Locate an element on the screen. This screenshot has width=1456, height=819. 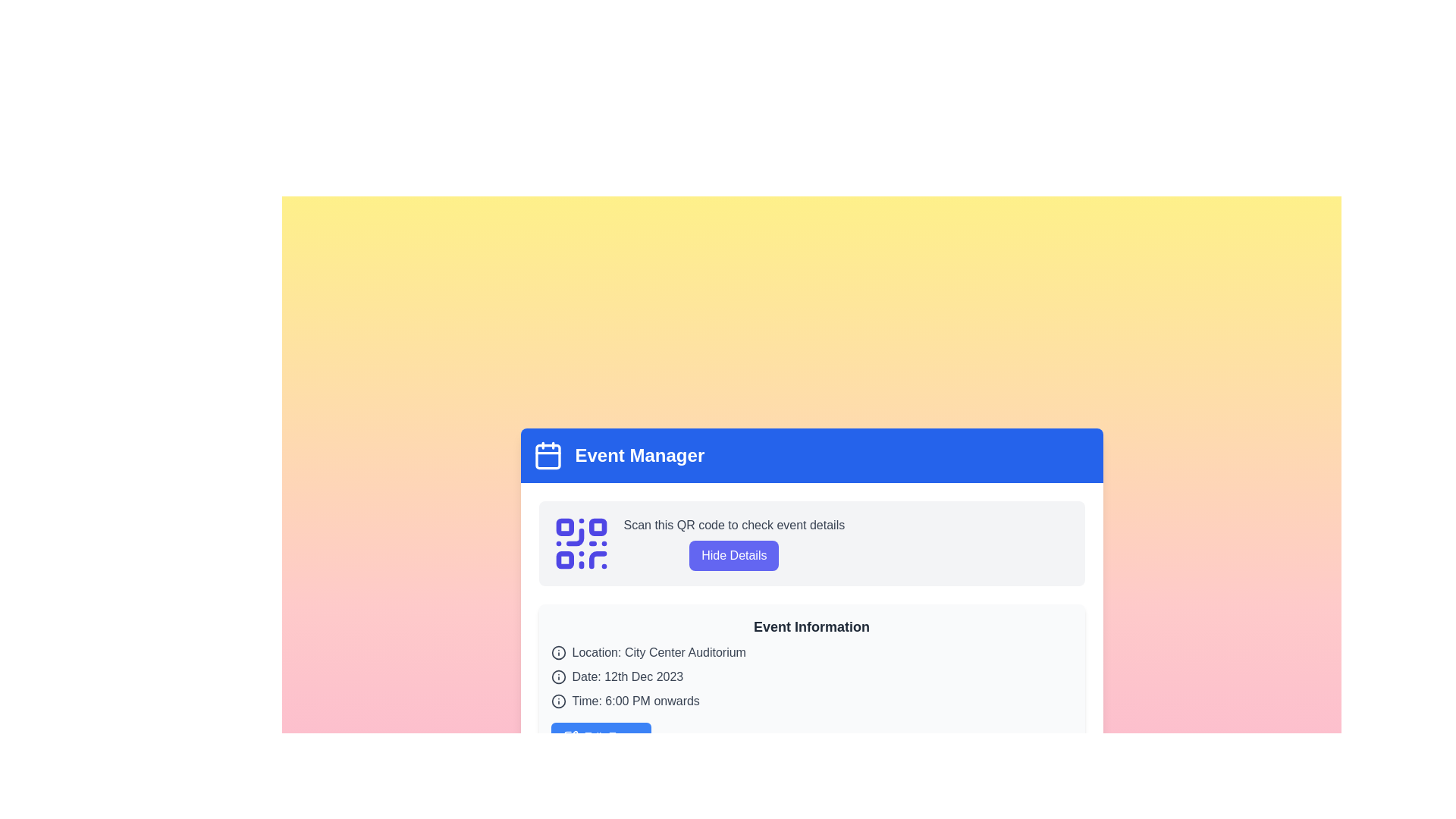
the text label that says 'Scan this QR code to check event details', which is a medium-weight gray font on a white background, positioned above the 'Hide Details' button and to the right of the QR code graphic is located at coordinates (734, 525).